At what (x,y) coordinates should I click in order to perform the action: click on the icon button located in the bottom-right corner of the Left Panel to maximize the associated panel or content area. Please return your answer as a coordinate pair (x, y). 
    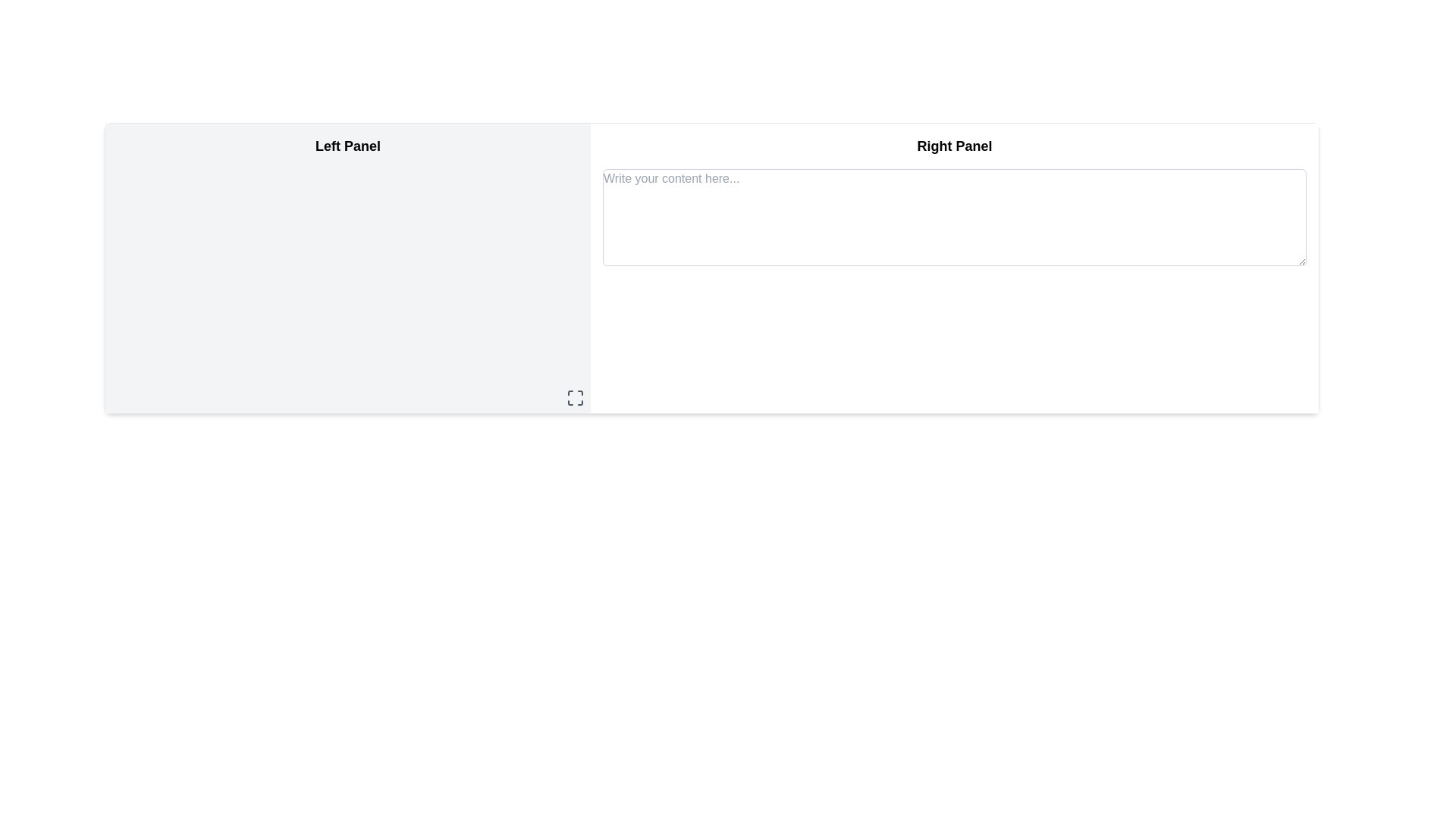
    Looking at the image, I should click on (574, 397).